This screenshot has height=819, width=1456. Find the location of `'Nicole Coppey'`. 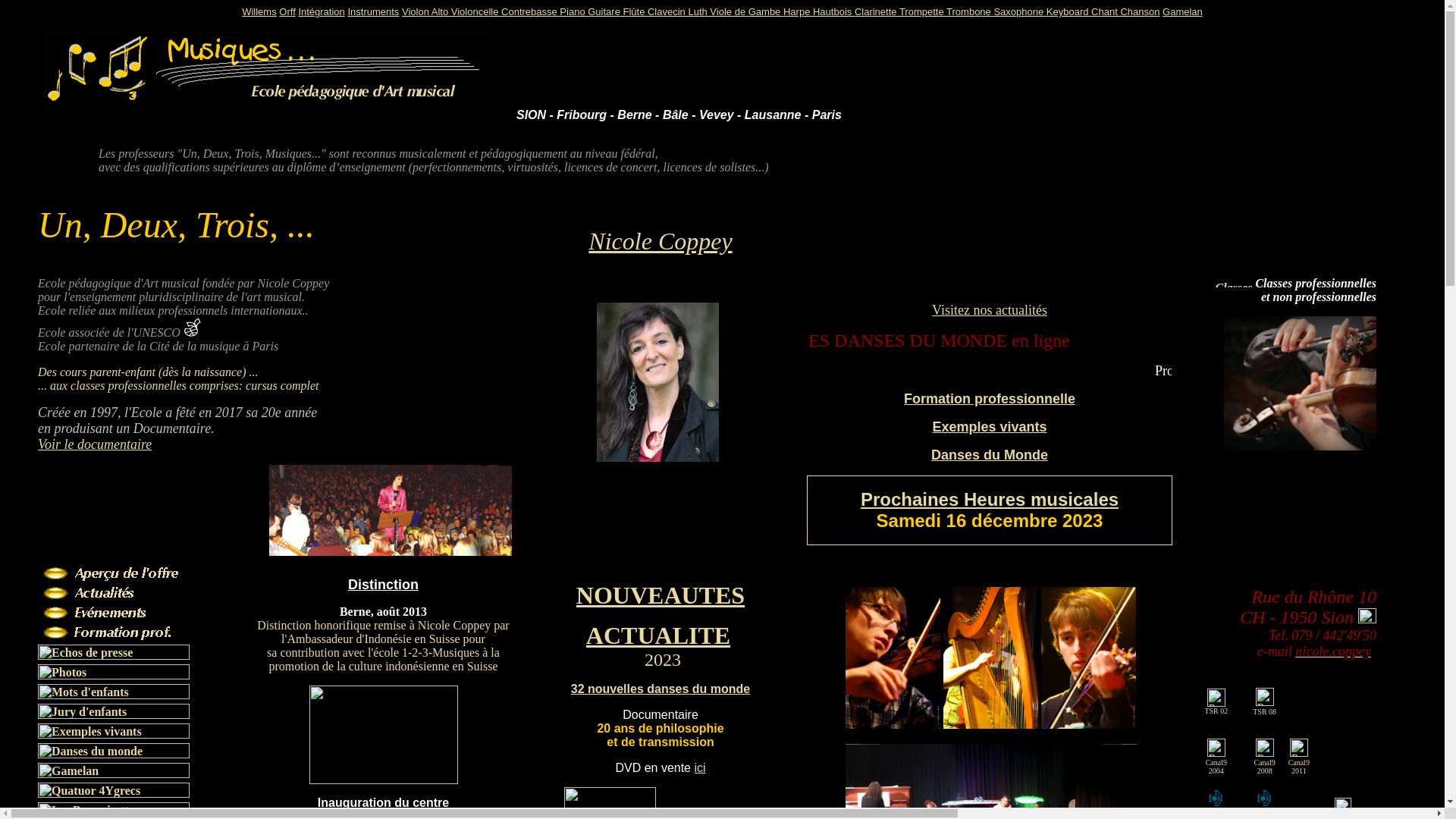

'Nicole Coppey' is located at coordinates (588, 240).